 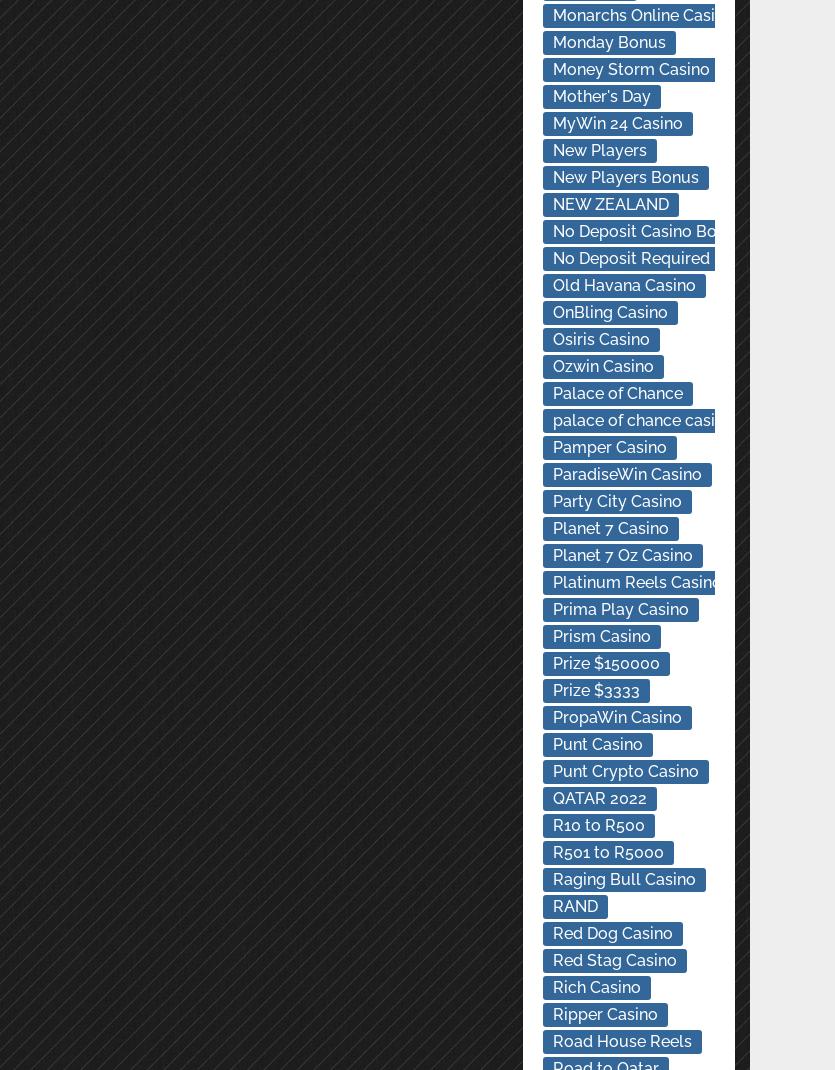 What do you see at coordinates (608, 312) in the screenshot?
I see `'OnBling Casino'` at bounding box center [608, 312].